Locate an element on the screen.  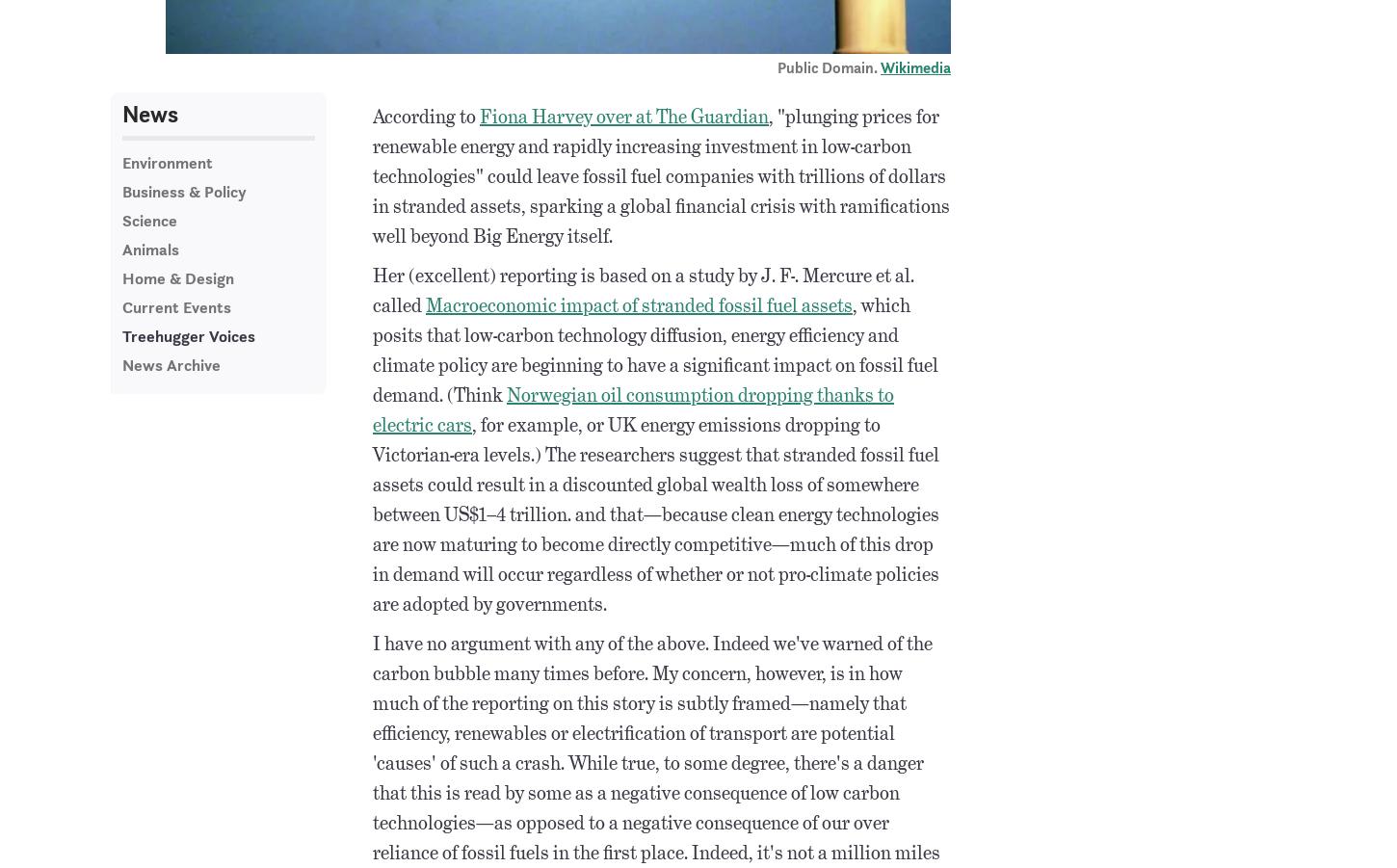
'Environment' is located at coordinates (167, 163).